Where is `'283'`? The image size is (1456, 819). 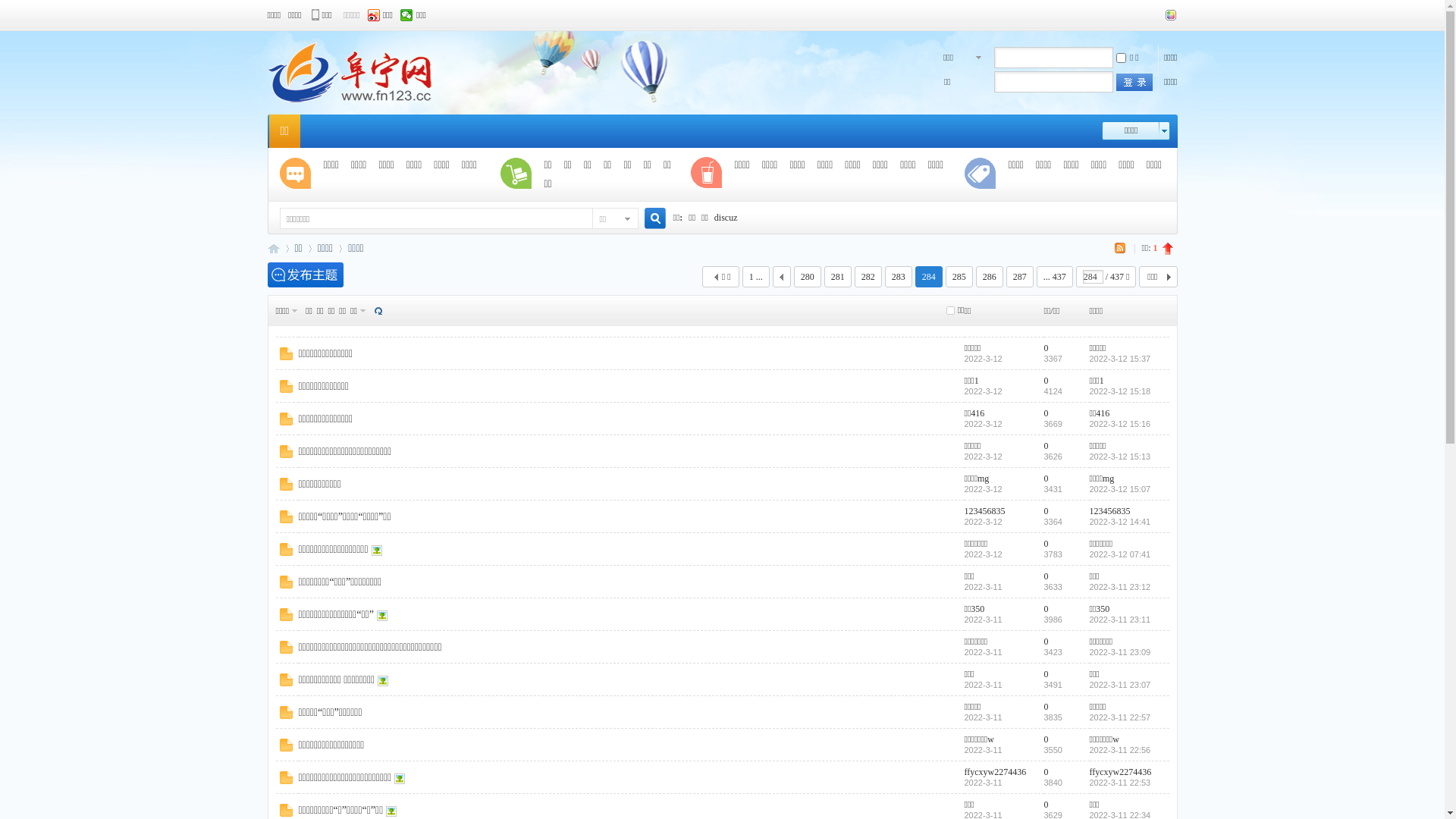
'283' is located at coordinates (899, 277).